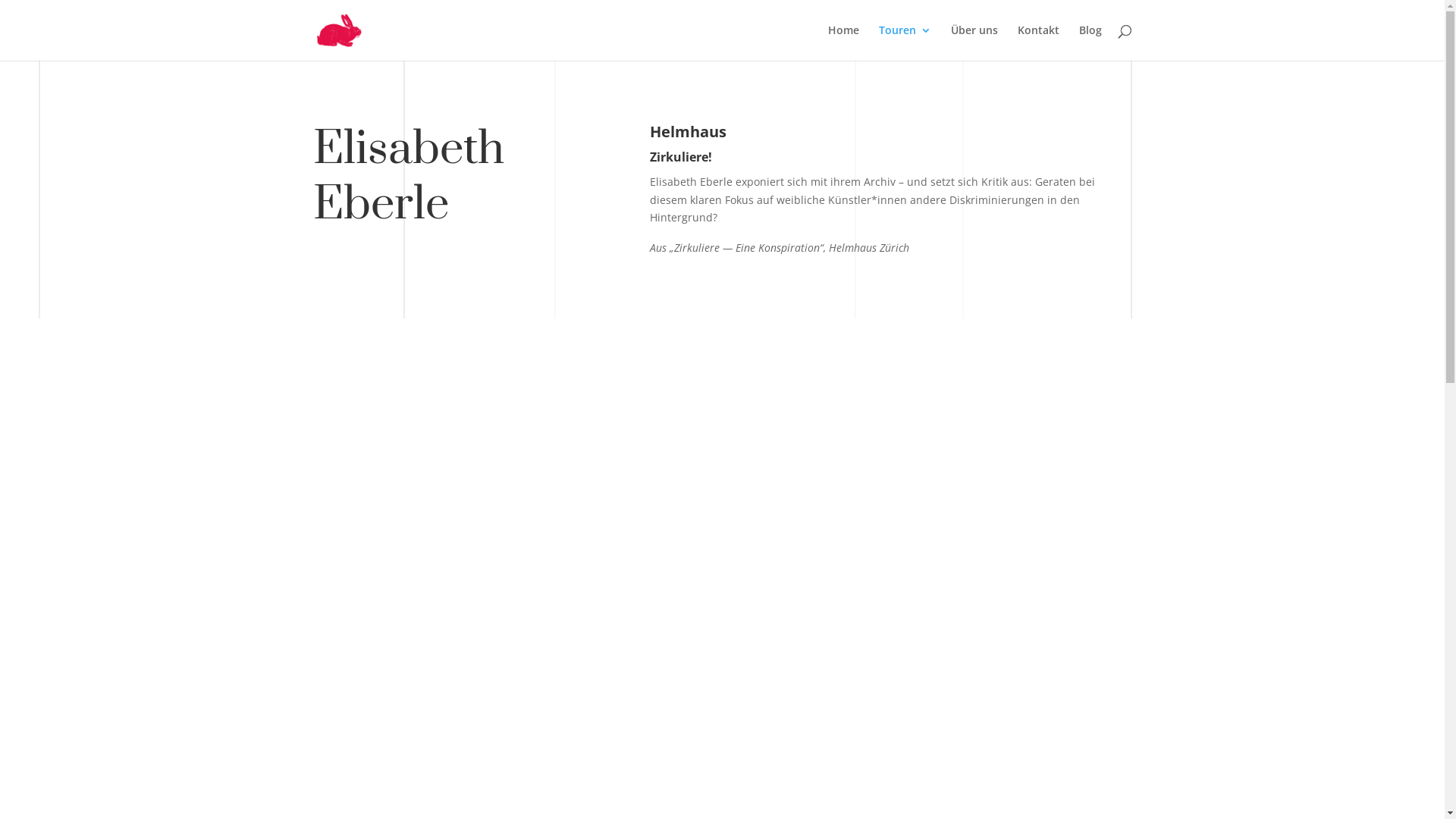 The height and width of the screenshot is (819, 1456). Describe the element at coordinates (904, 42) in the screenshot. I see `'Touren'` at that location.